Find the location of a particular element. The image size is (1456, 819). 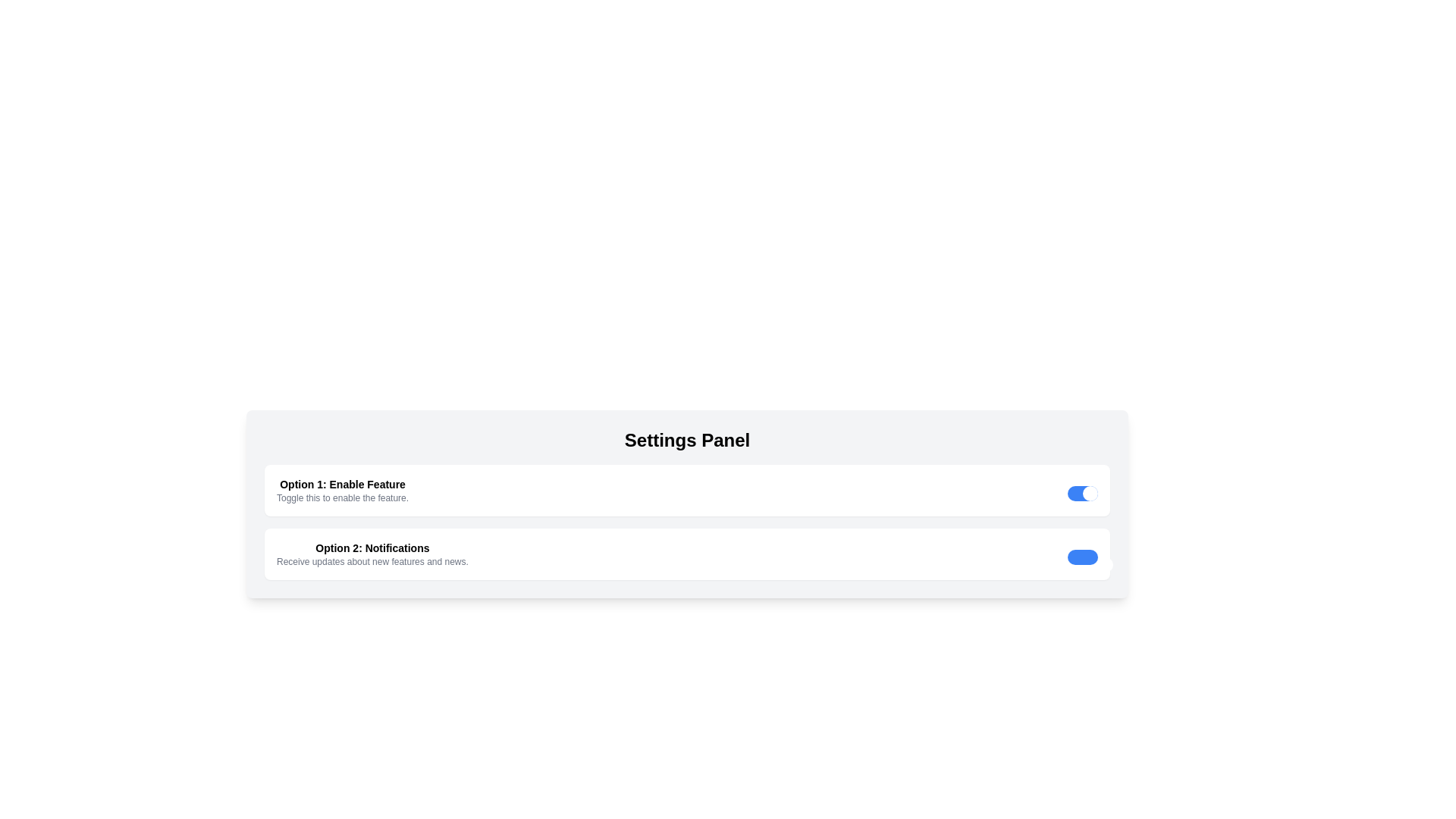

the text label displaying 'Option 1: Enable Feature', which is styled in bold and positioned at the upper-left area of its section is located at coordinates (341, 485).